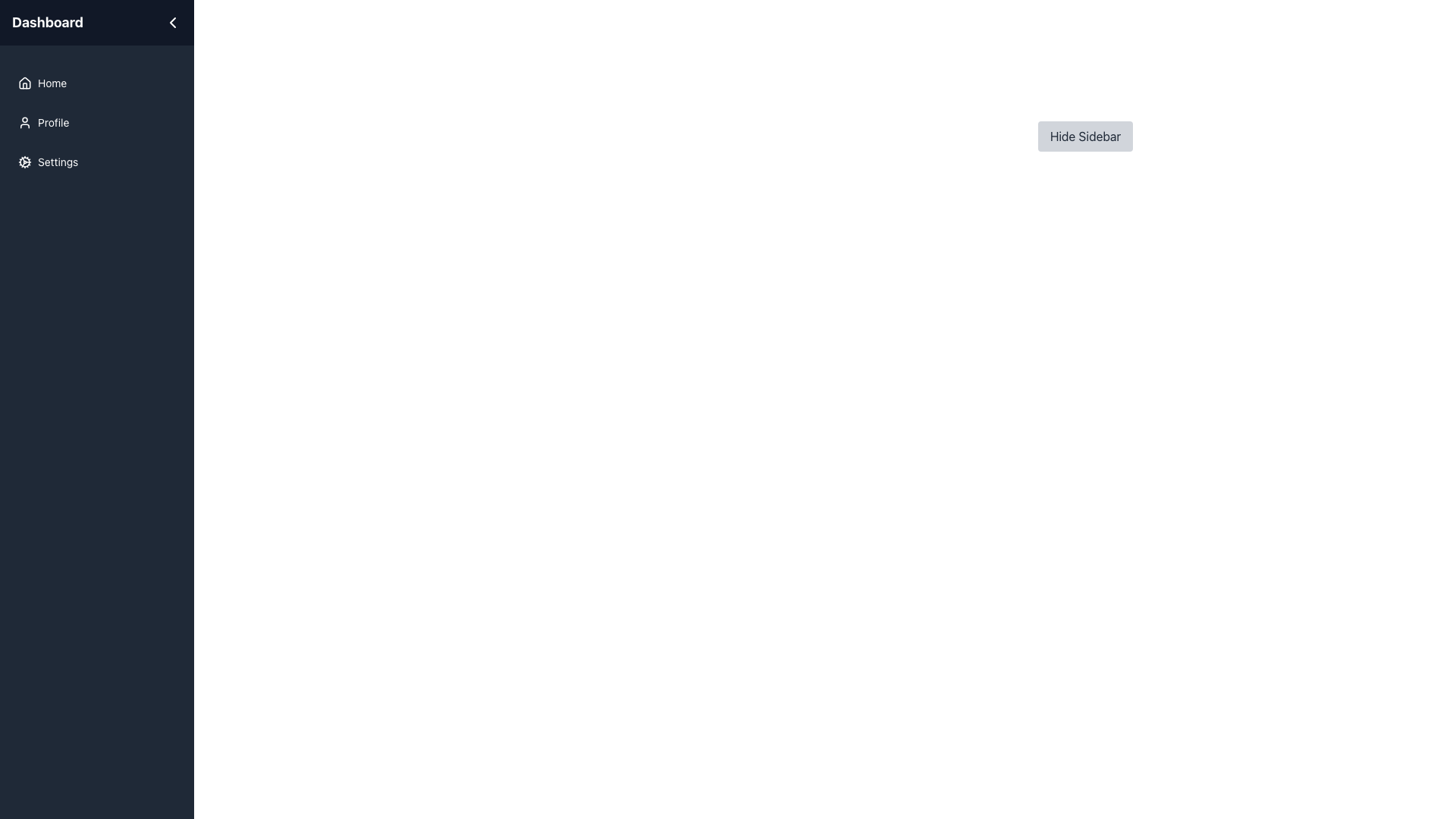  What do you see at coordinates (25, 83) in the screenshot?
I see `the context of the 'Home' icon located in the sidebar menu, which is the first icon next to the 'Home' label` at bounding box center [25, 83].